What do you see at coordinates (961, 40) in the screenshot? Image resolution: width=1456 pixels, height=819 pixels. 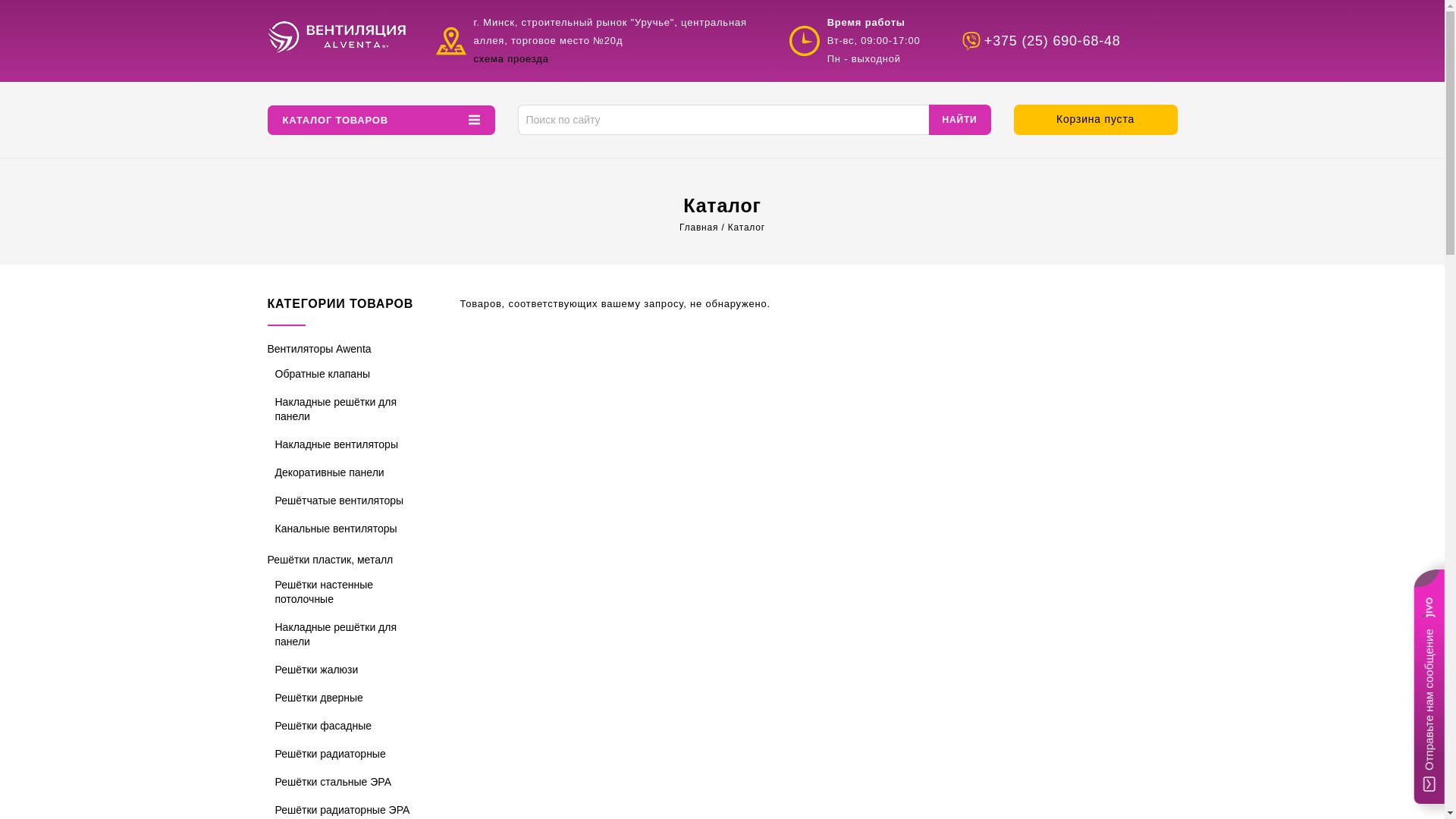 I see `'+375 (25) 690-68-48'` at bounding box center [961, 40].